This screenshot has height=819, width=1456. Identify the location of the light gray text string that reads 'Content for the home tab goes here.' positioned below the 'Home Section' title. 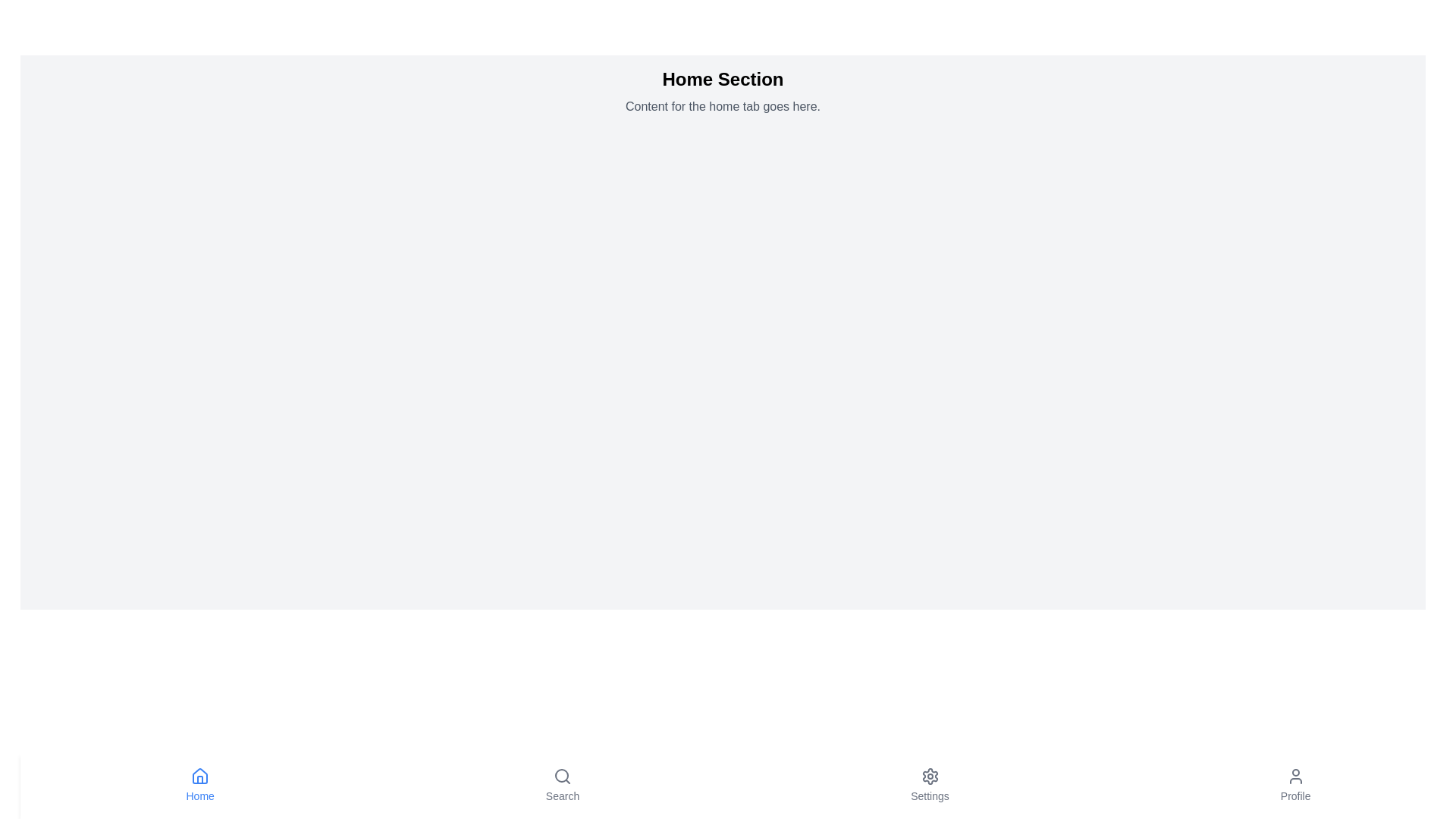
(722, 106).